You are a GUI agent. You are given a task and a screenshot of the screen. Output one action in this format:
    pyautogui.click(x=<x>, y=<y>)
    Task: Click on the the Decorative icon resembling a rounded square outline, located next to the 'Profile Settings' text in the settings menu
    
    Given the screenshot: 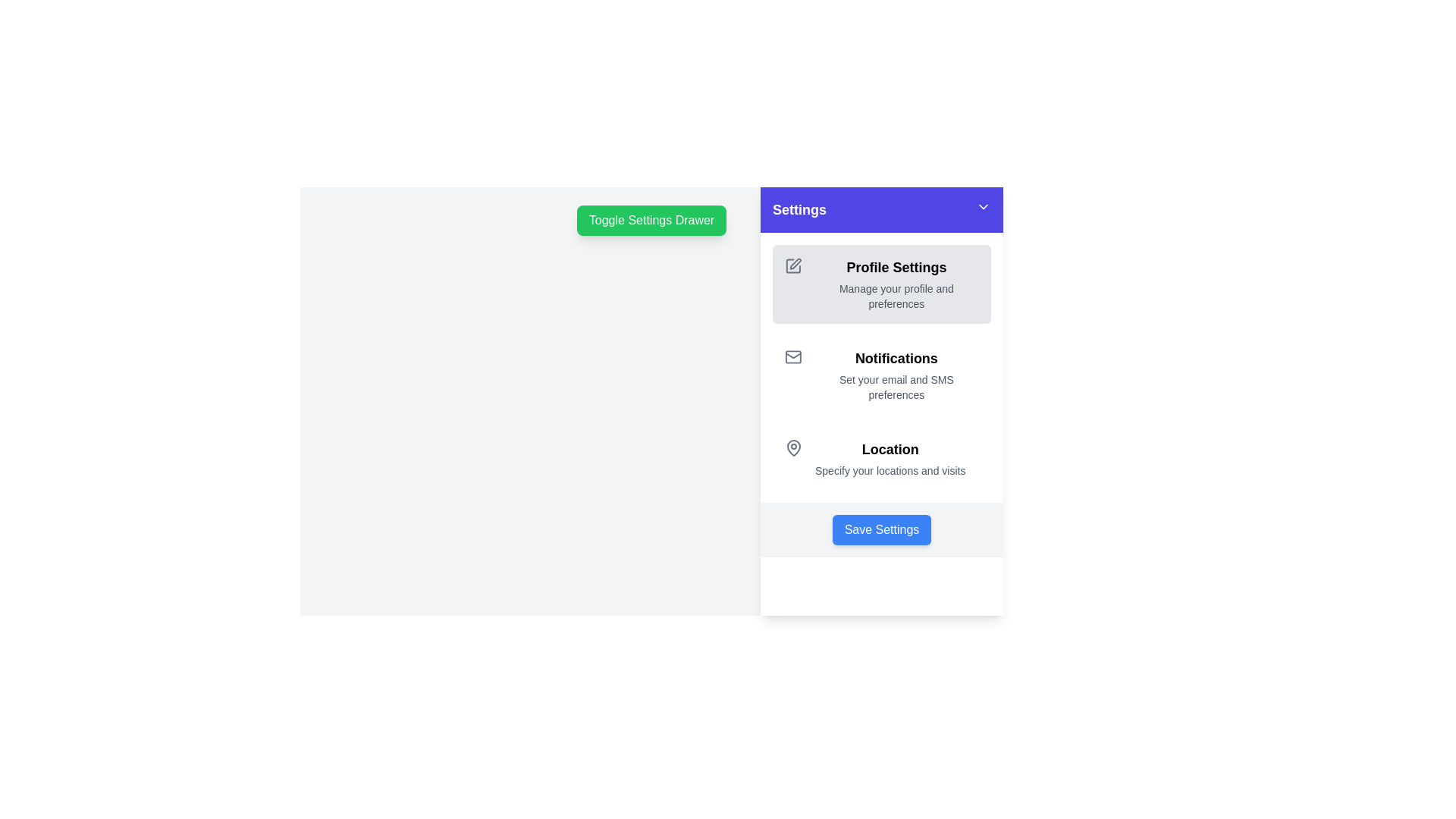 What is the action you would take?
    pyautogui.click(x=792, y=265)
    